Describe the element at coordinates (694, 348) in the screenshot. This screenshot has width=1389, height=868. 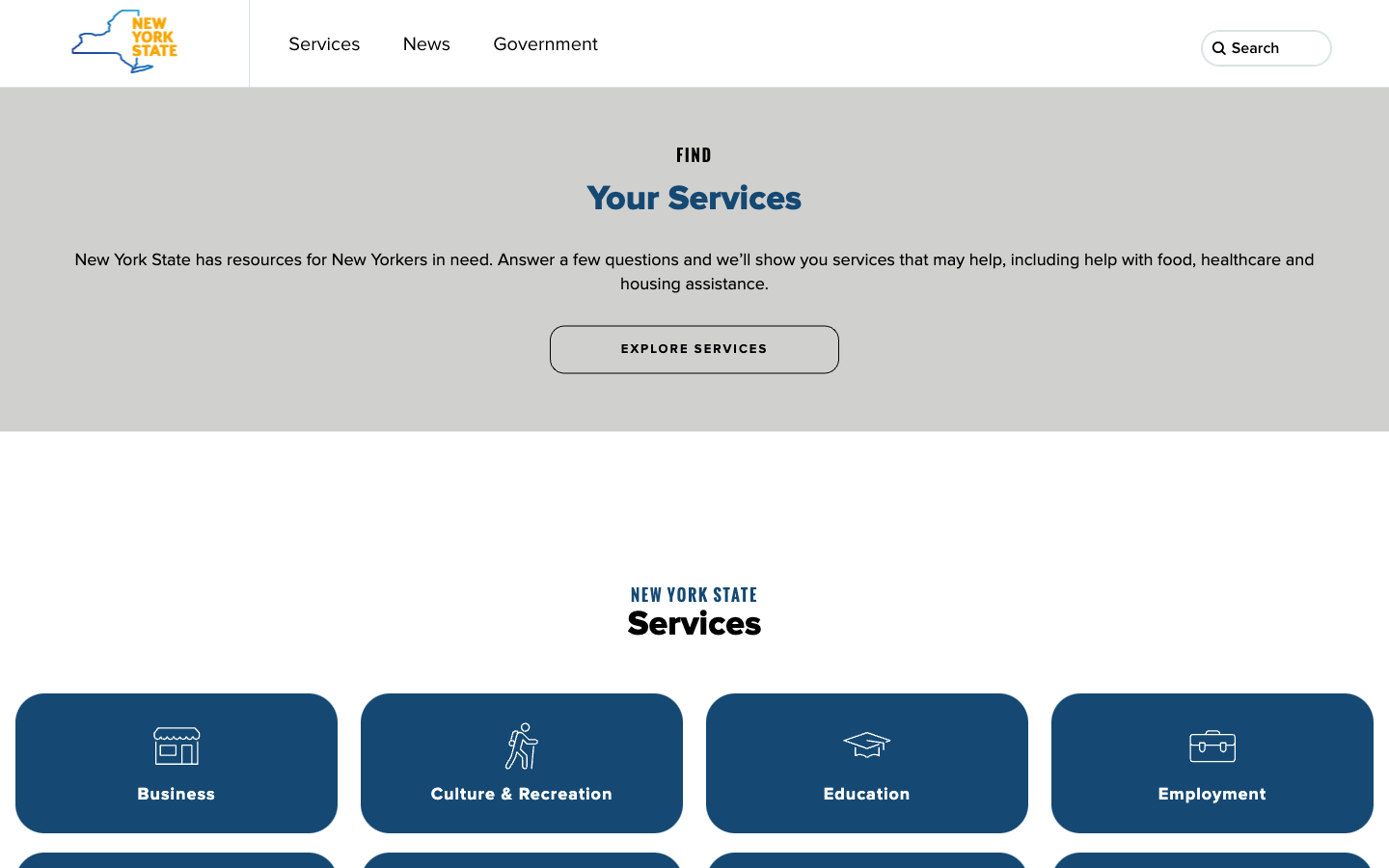
I see `the services section by clicking the "Explore Services" button` at that location.